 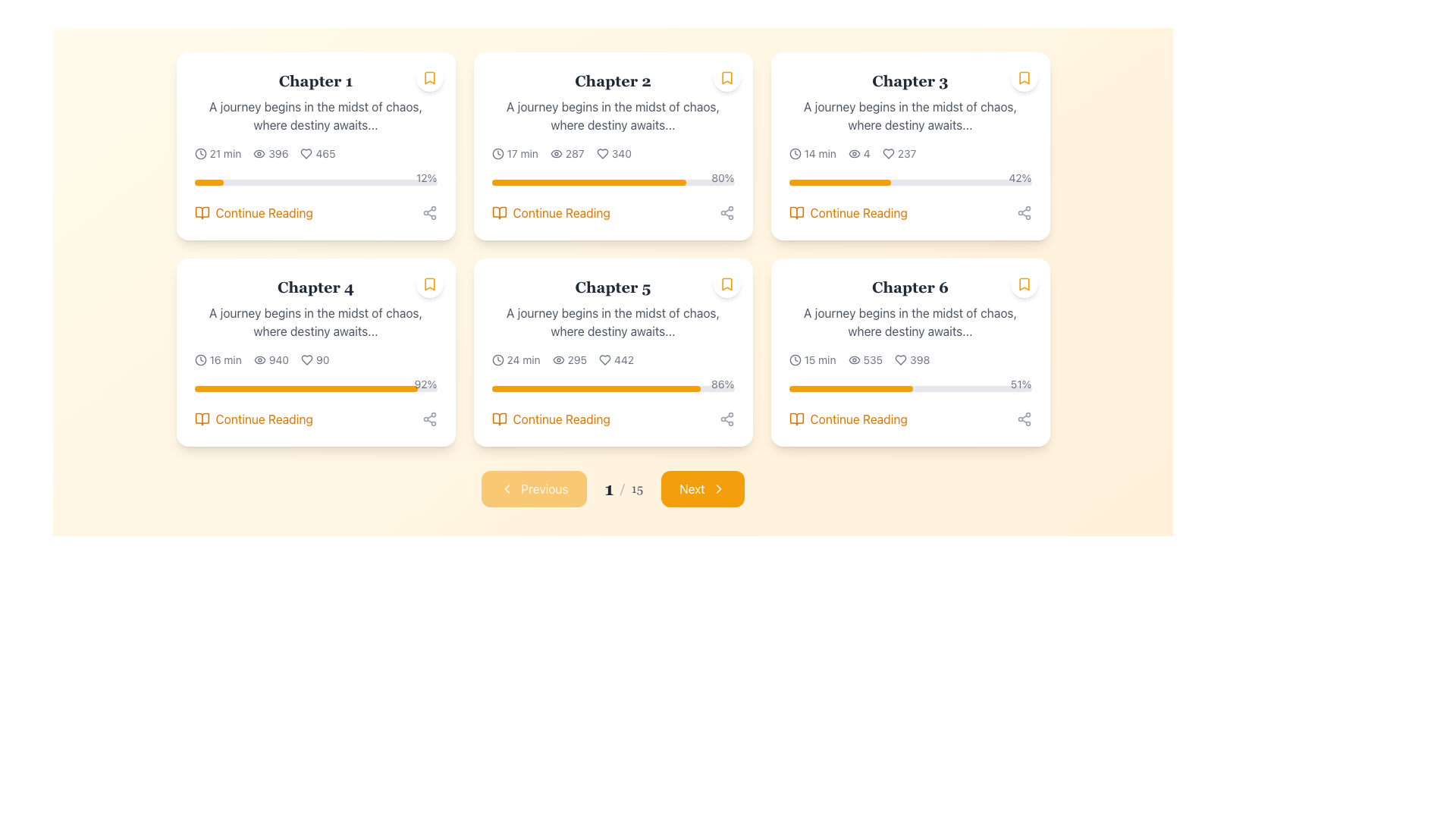 I want to click on the text element with the title 'Chapter 2' and subtitle 'A journey begins in the midst of chaos, where destiny awaits...' positioned in the top row and middle column of the grid layout, so click(x=613, y=102).